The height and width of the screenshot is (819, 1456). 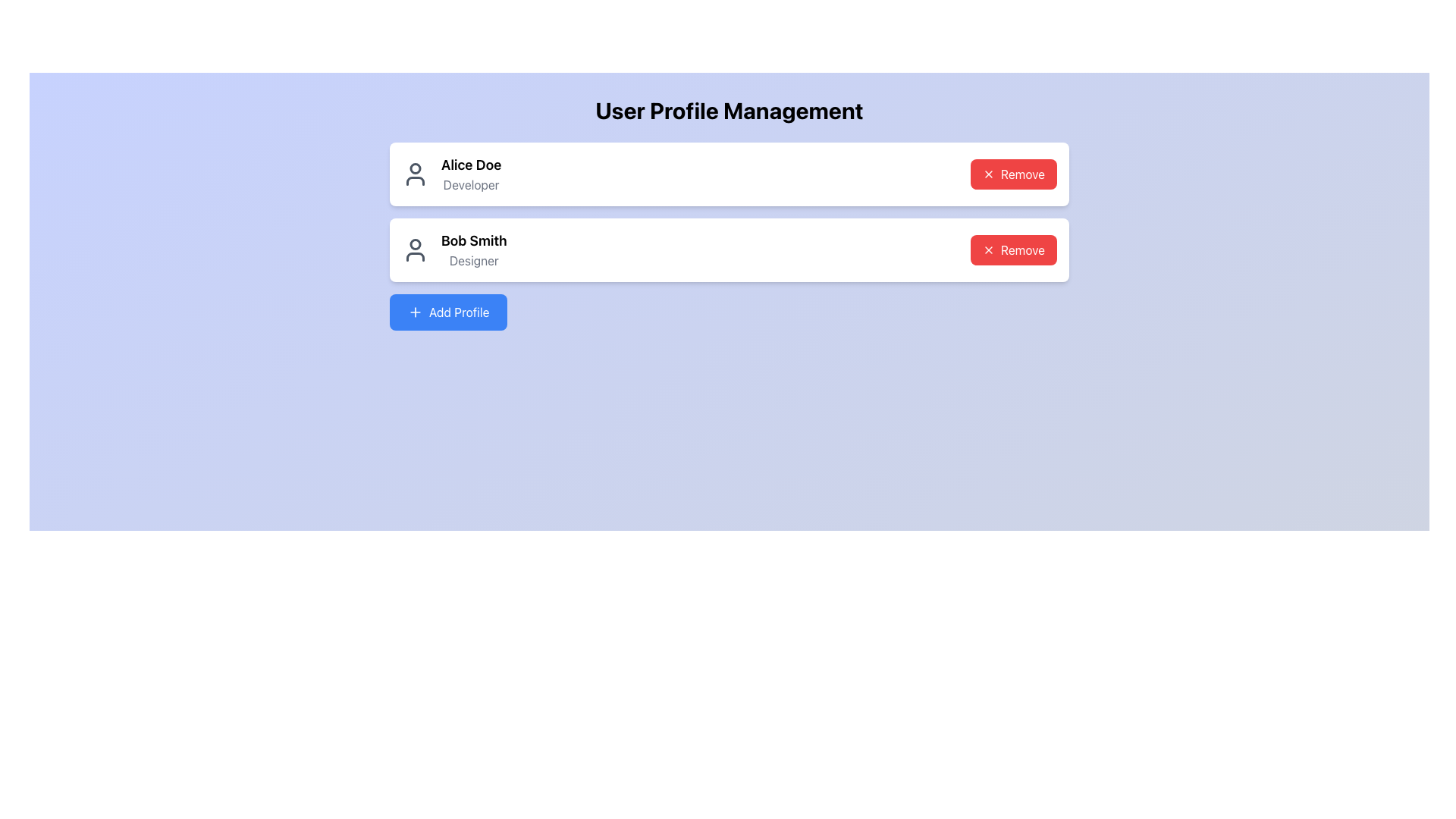 I want to click on the circular icon representing the profile picture of the user 'Bob Smith' in the user profile section, so click(x=415, y=243).